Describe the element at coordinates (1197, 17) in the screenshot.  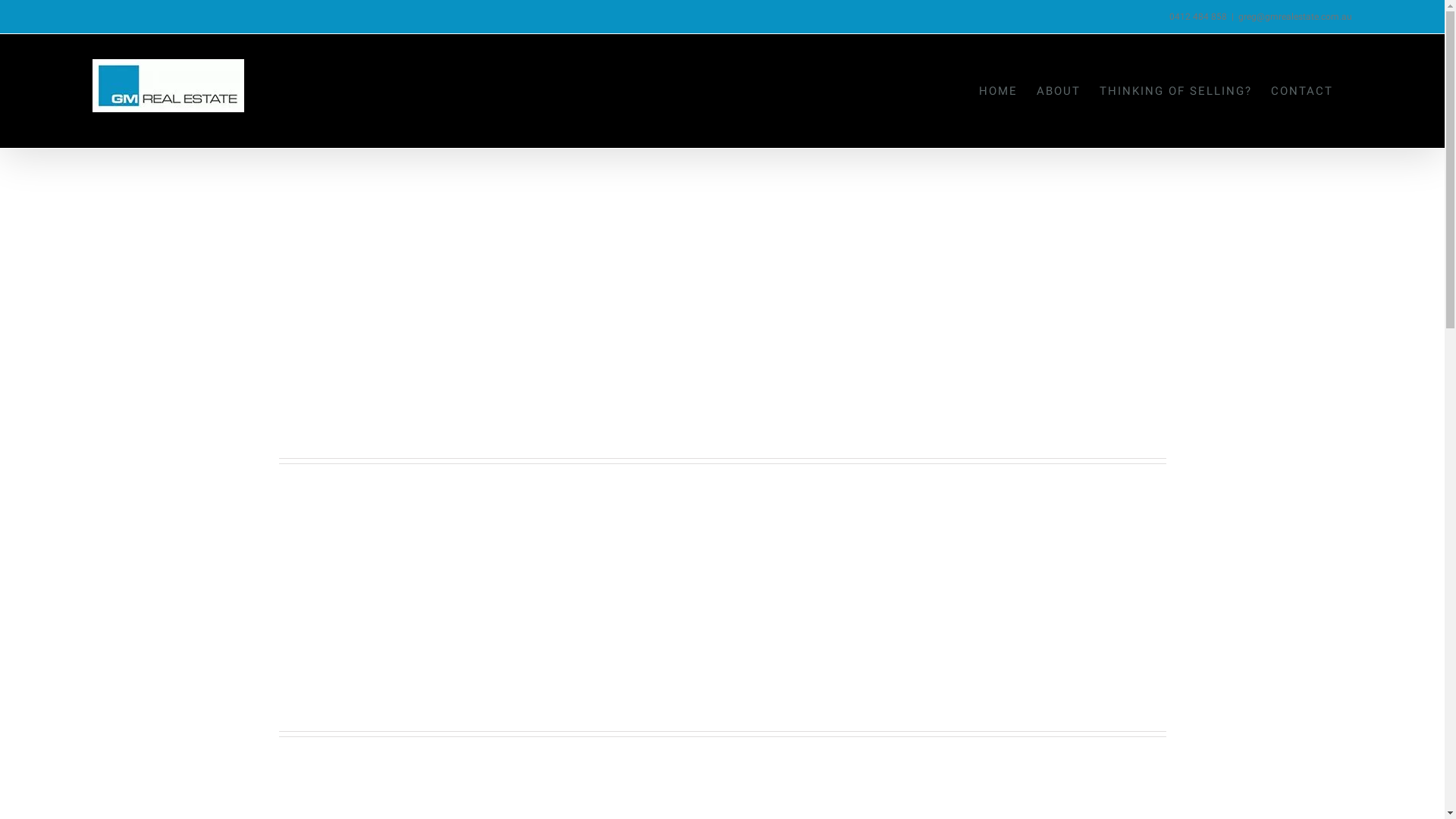
I see `'0412 484 858'` at that location.